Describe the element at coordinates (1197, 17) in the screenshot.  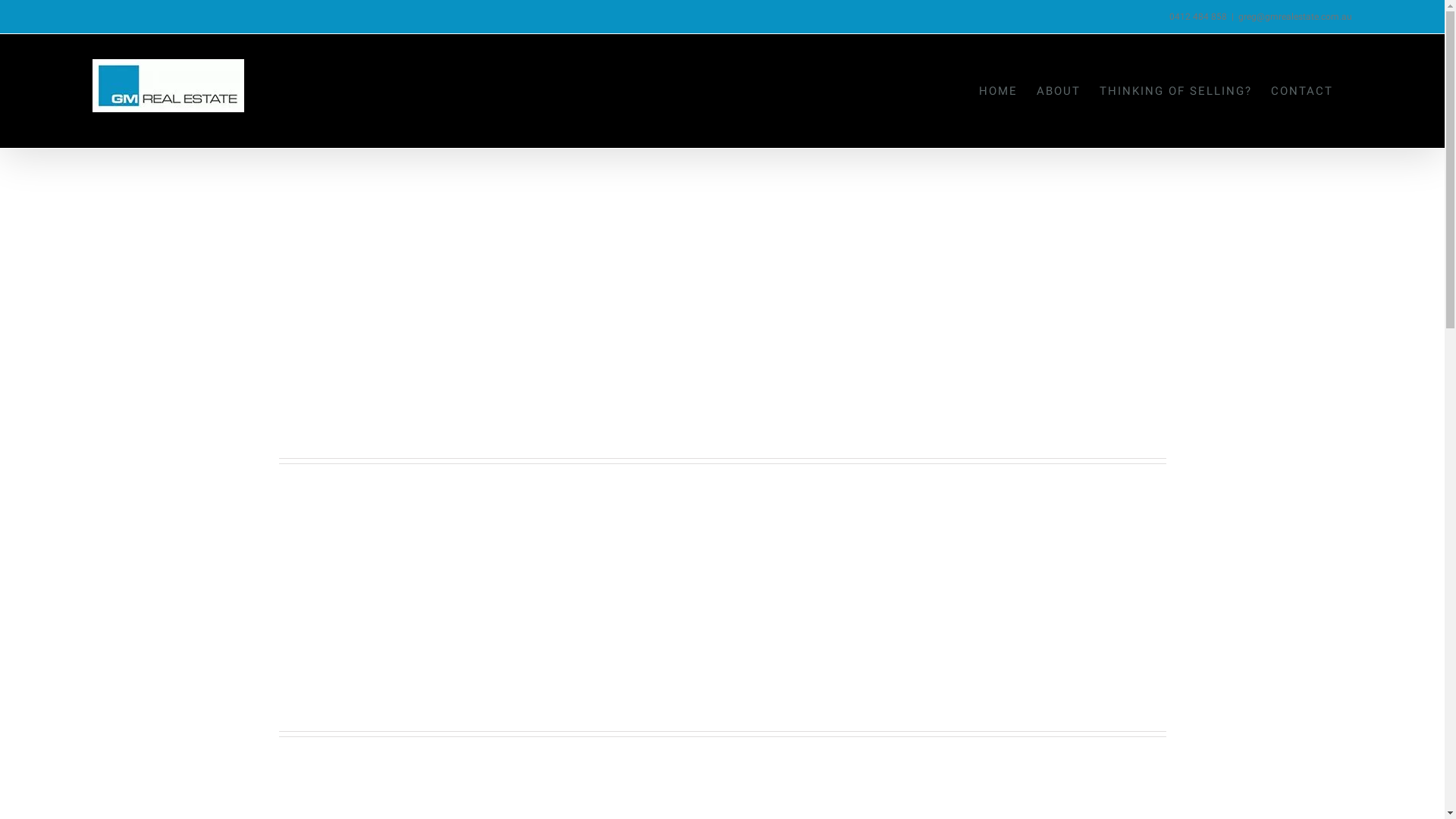
I see `'0412 484 858'` at that location.